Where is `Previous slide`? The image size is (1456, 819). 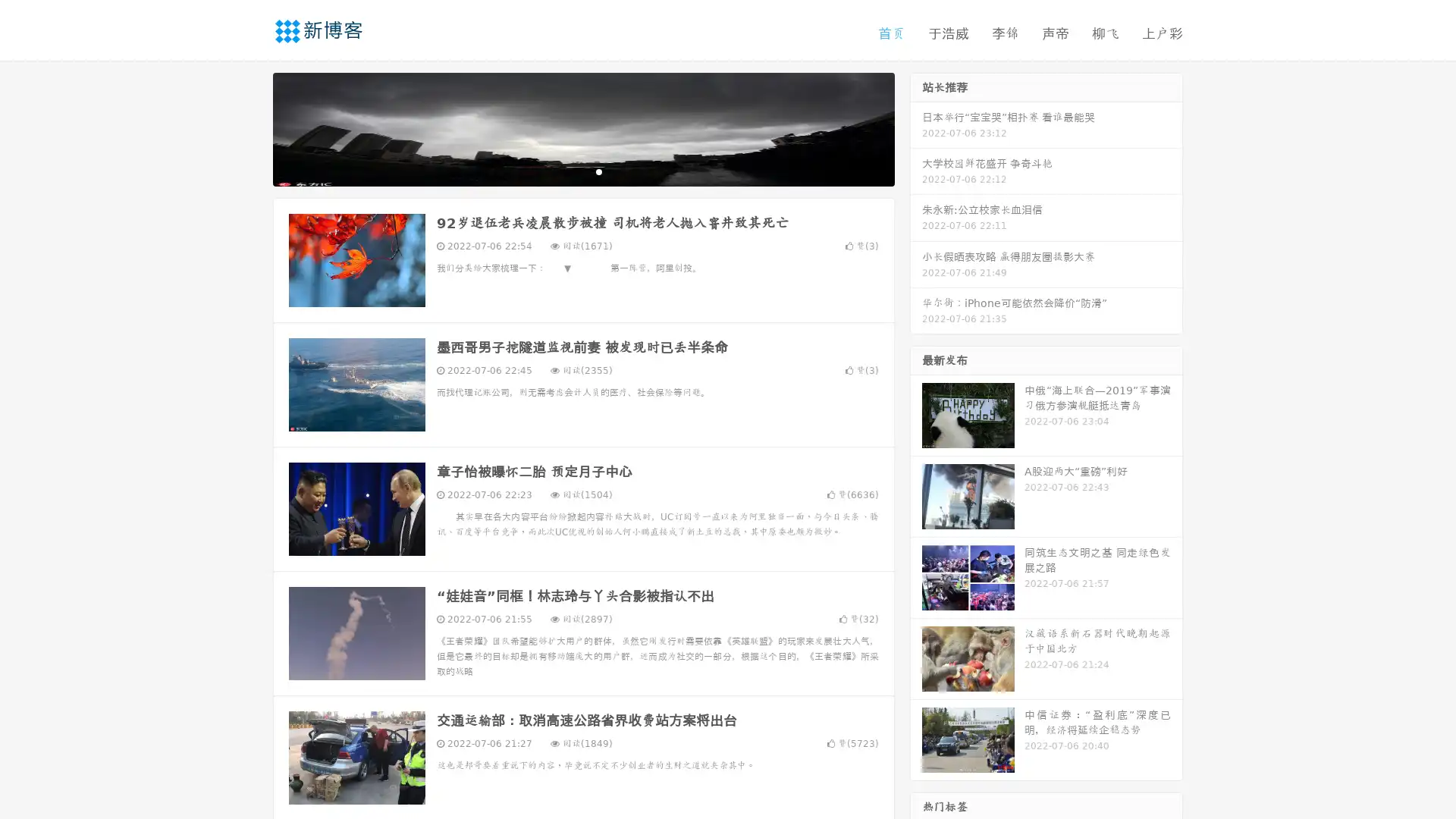 Previous slide is located at coordinates (250, 127).